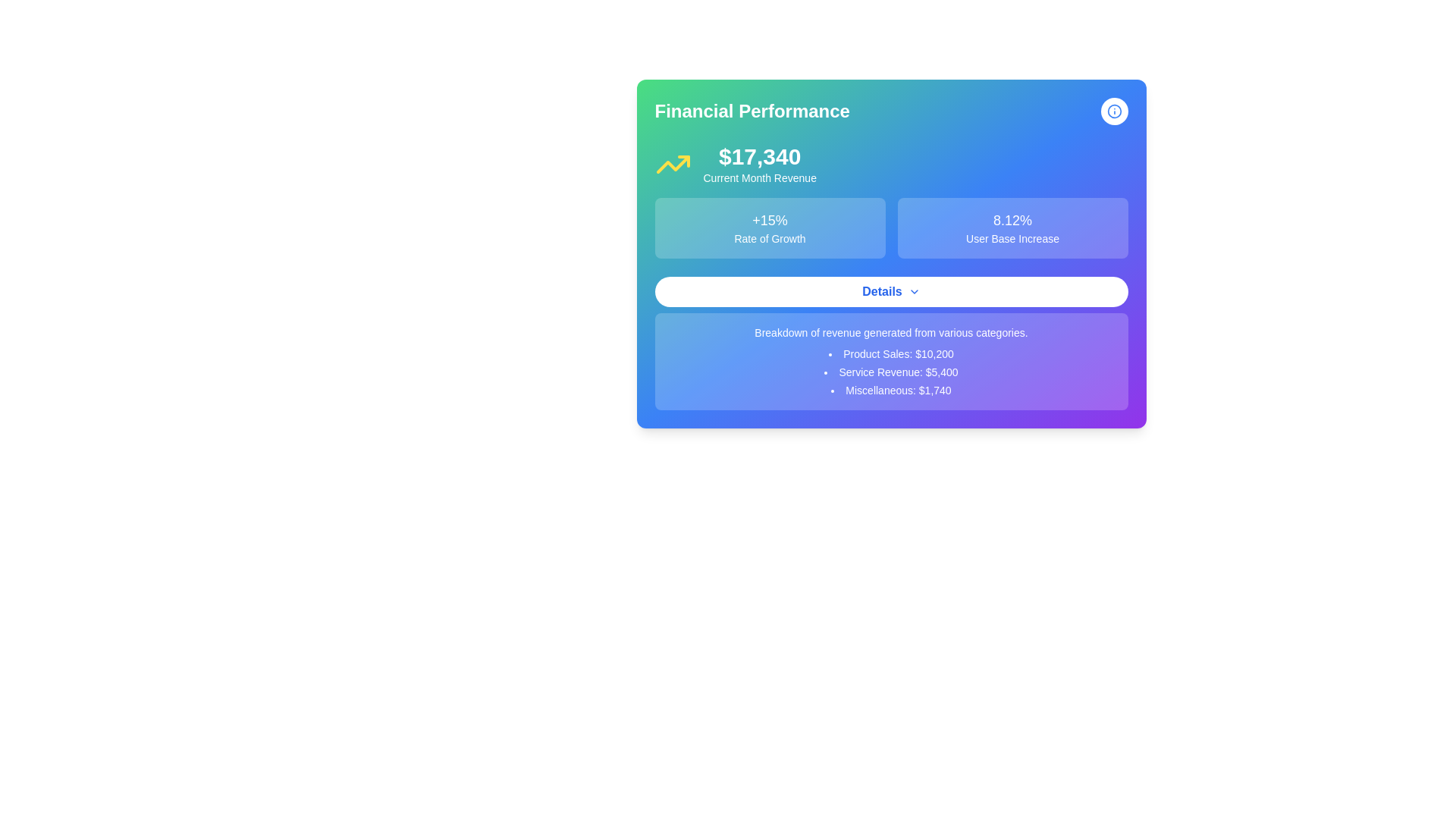  Describe the element at coordinates (891, 372) in the screenshot. I see `the text label that reads 'Service Revenue: $5,400', which is the second item in a vertically stacked list within a panel` at that location.